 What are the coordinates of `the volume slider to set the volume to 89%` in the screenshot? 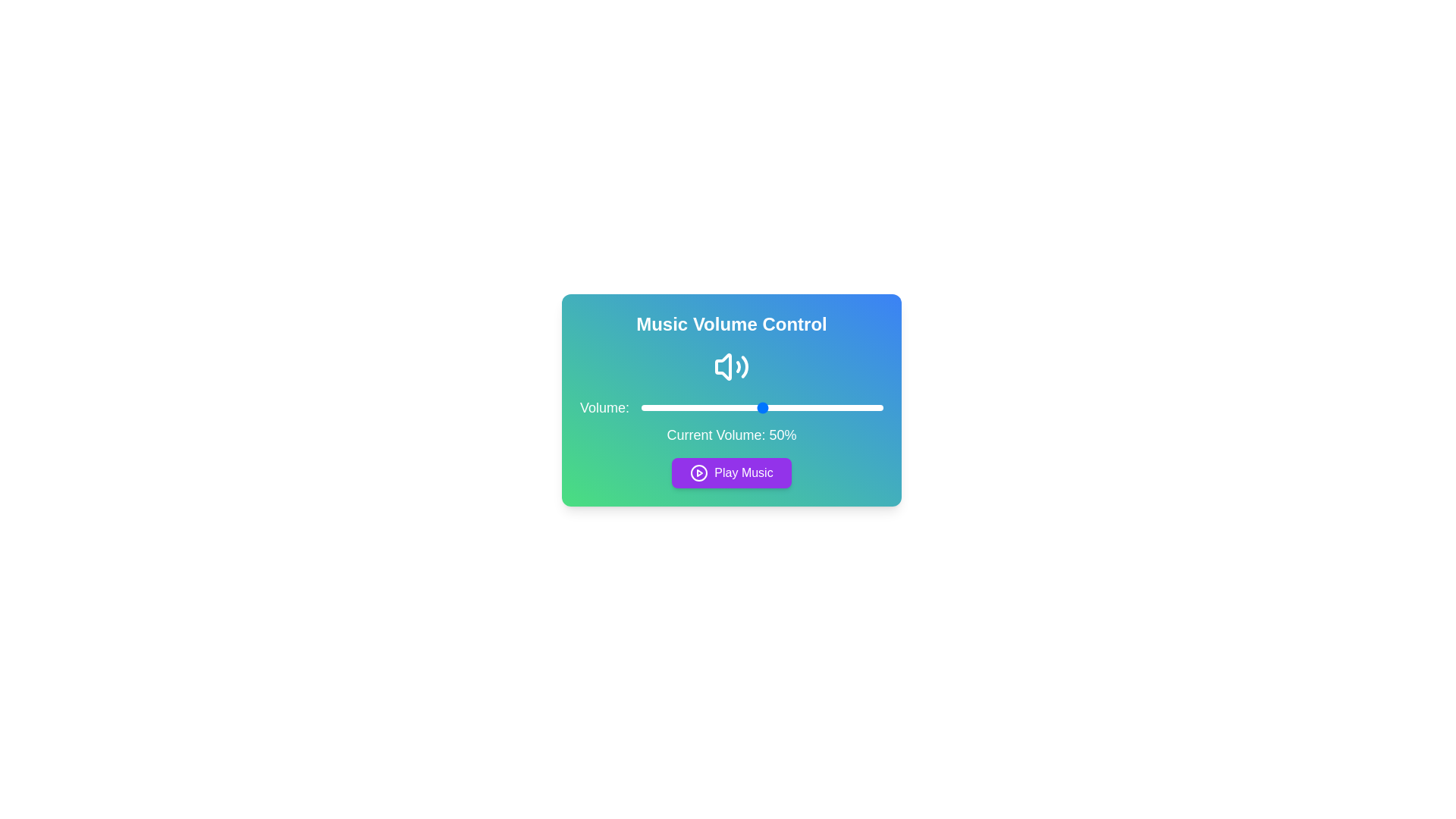 It's located at (856, 406).